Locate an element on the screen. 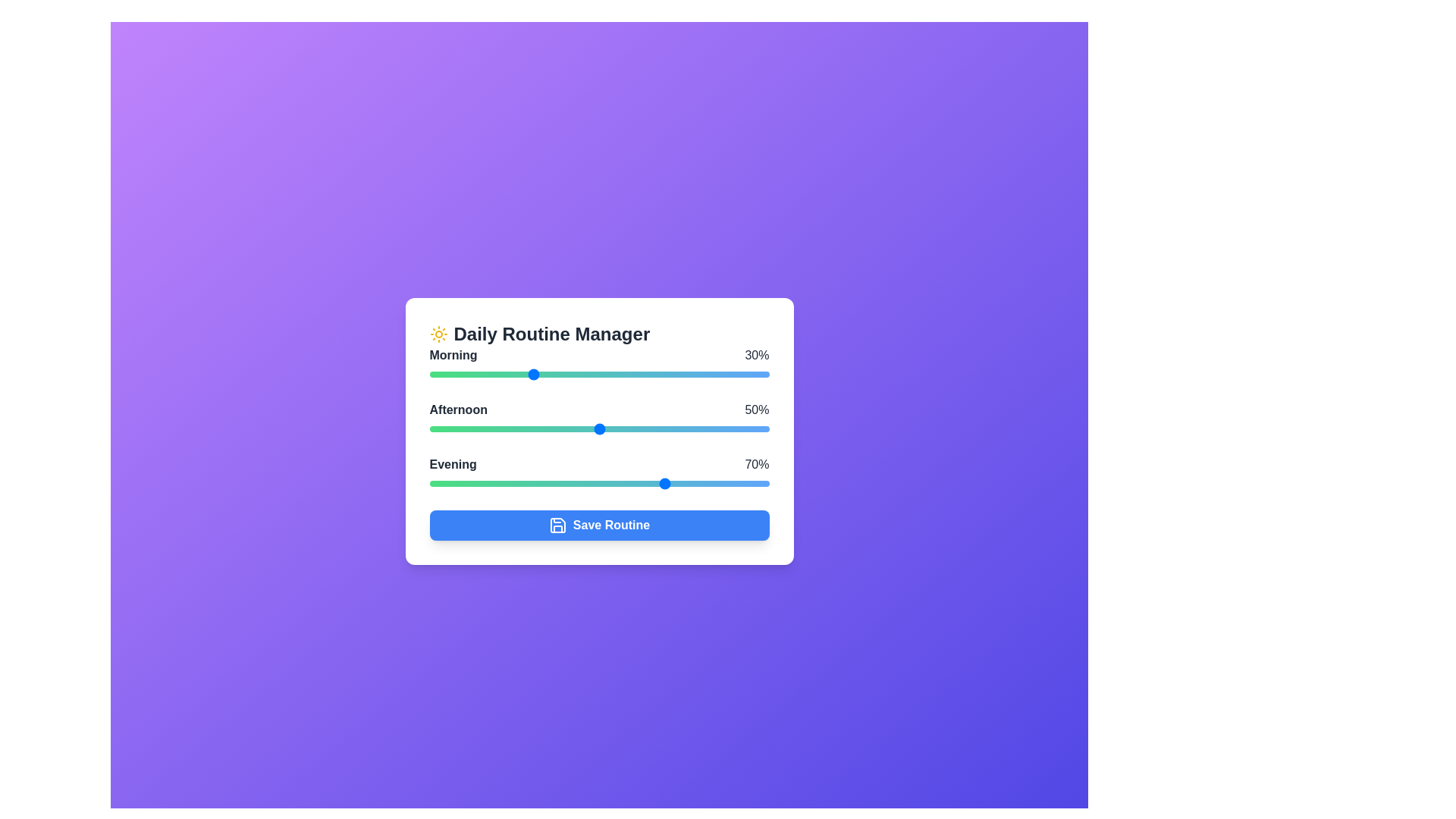  the Evening task slider to 73% is located at coordinates (676, 483).